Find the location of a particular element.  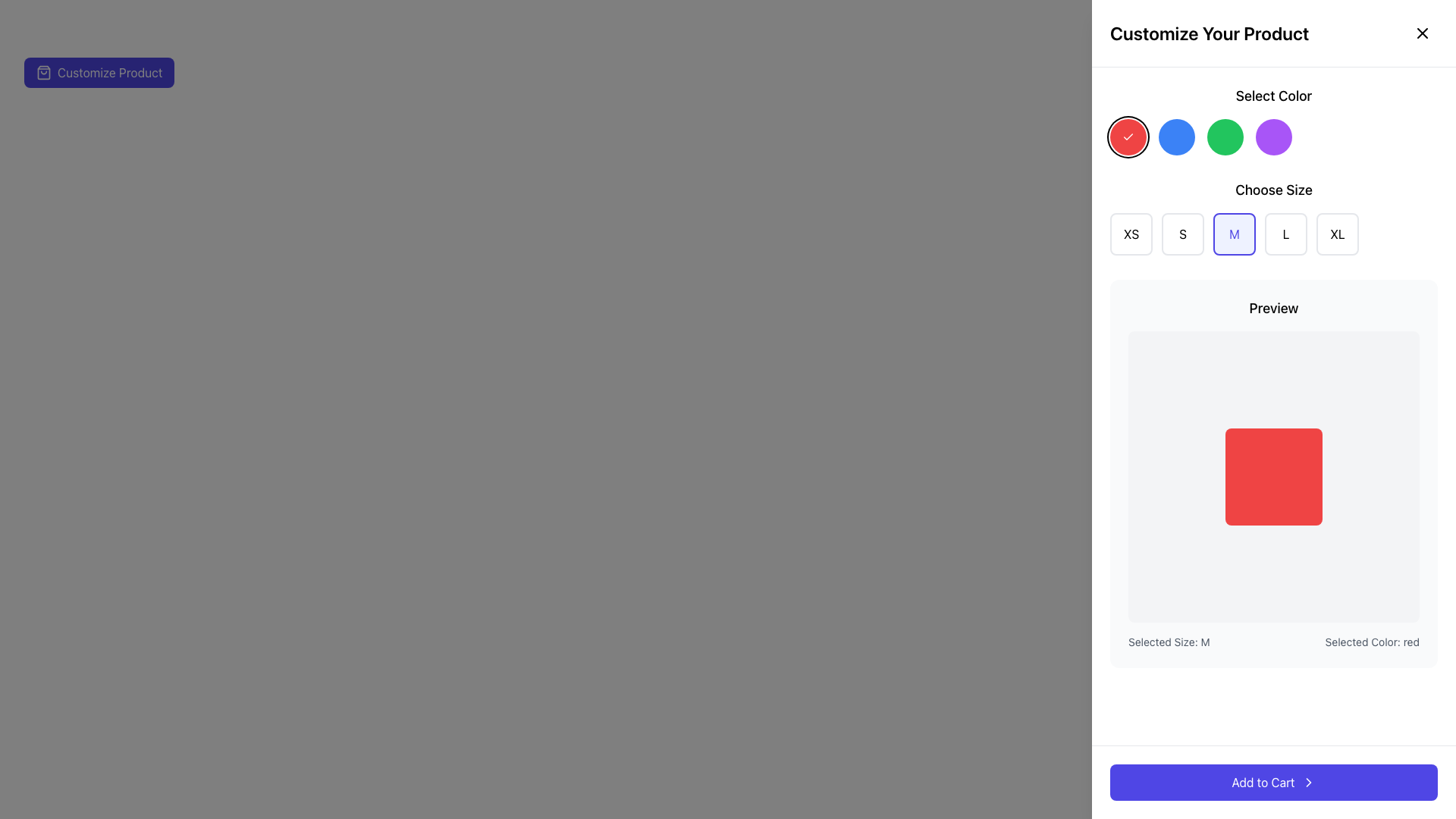

the leftmost button labeled 'XS' is located at coordinates (1131, 234).